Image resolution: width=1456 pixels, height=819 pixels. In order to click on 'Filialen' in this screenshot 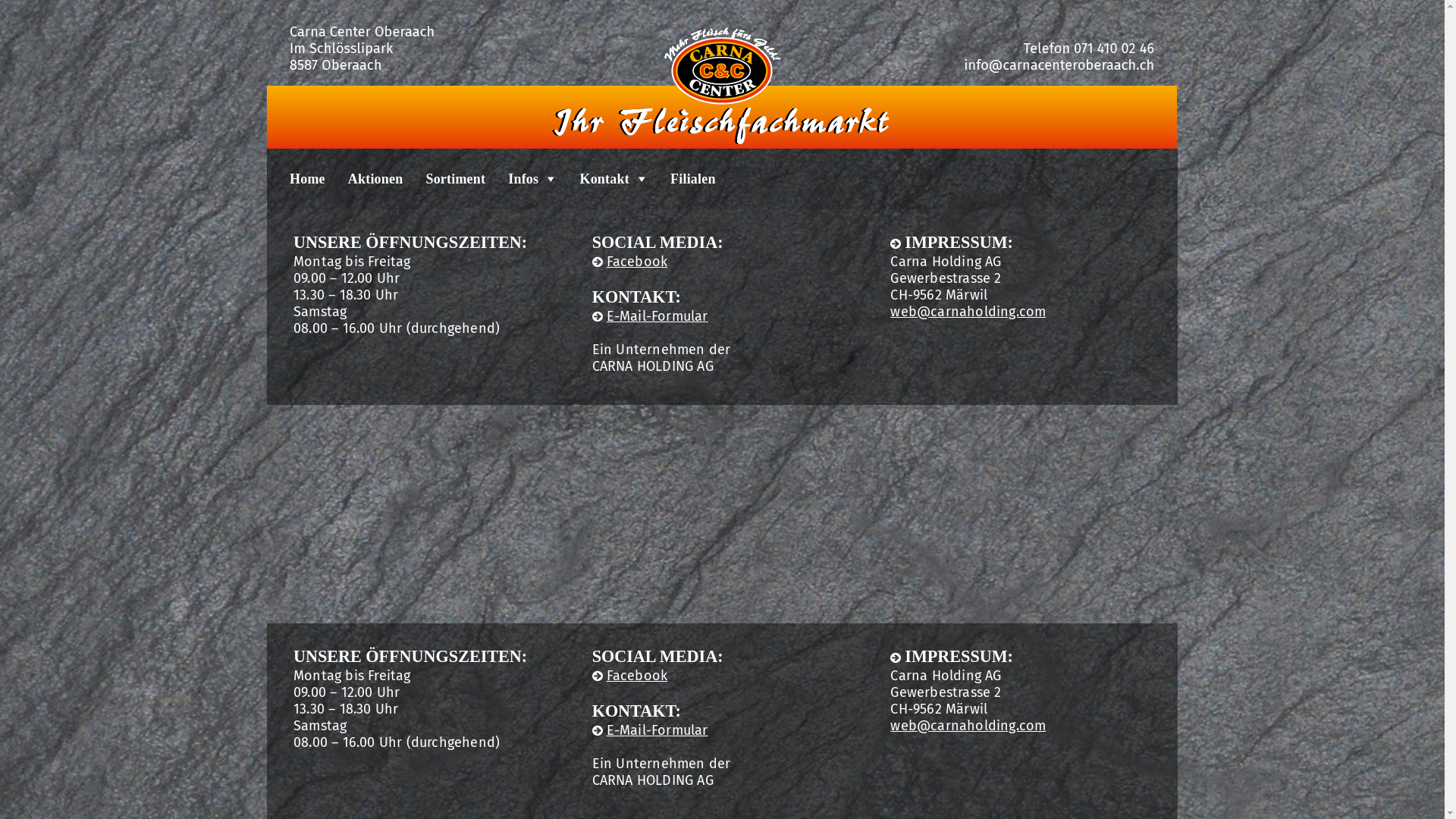, I will do `click(680, 177)`.